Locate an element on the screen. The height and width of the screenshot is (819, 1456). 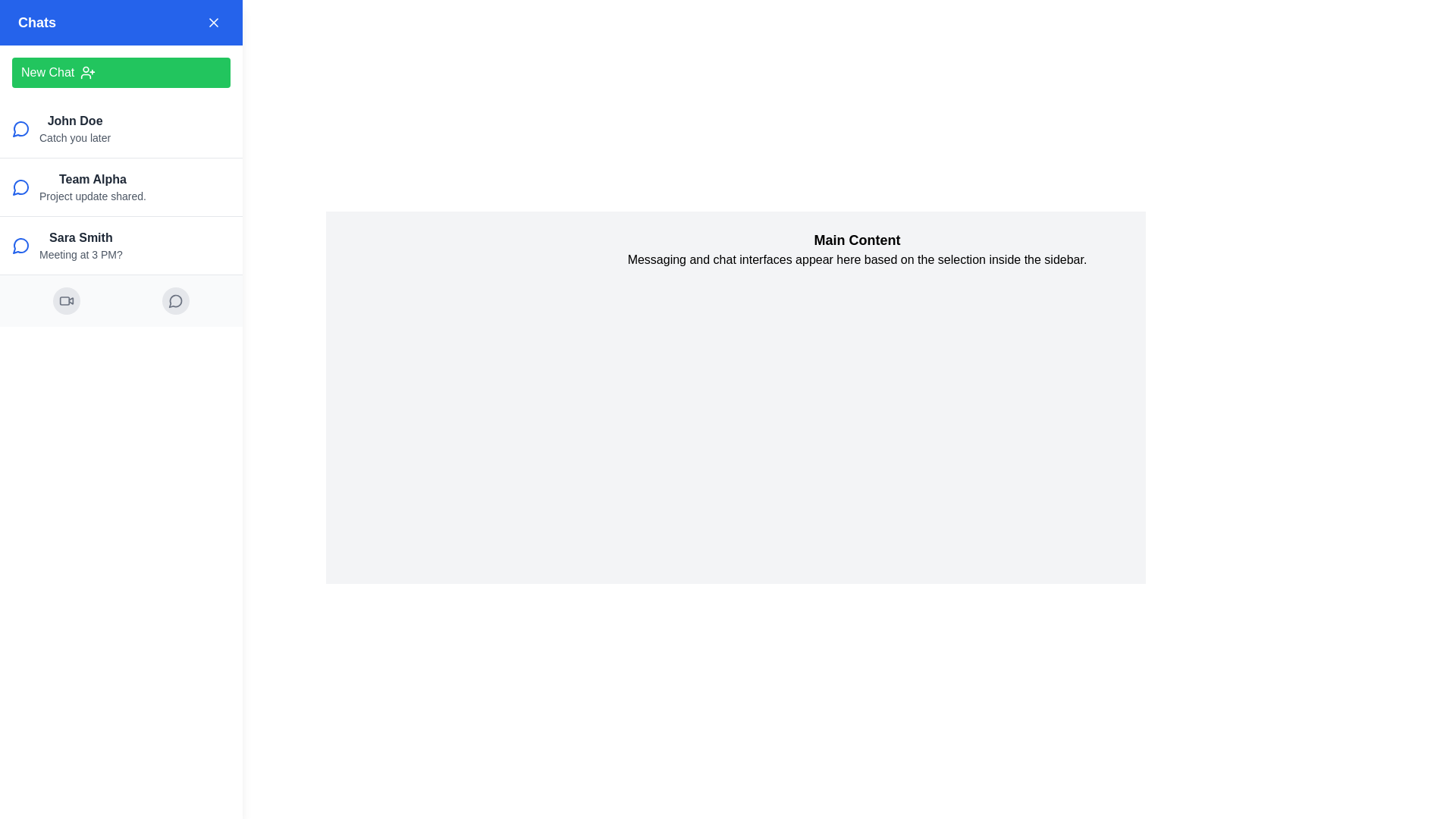
the chat icon for 'Sara Smith', which is located to the left of the text 'Sara Smith' and 'Meeting at 3 PM?' in the chat list item is located at coordinates (21, 245).